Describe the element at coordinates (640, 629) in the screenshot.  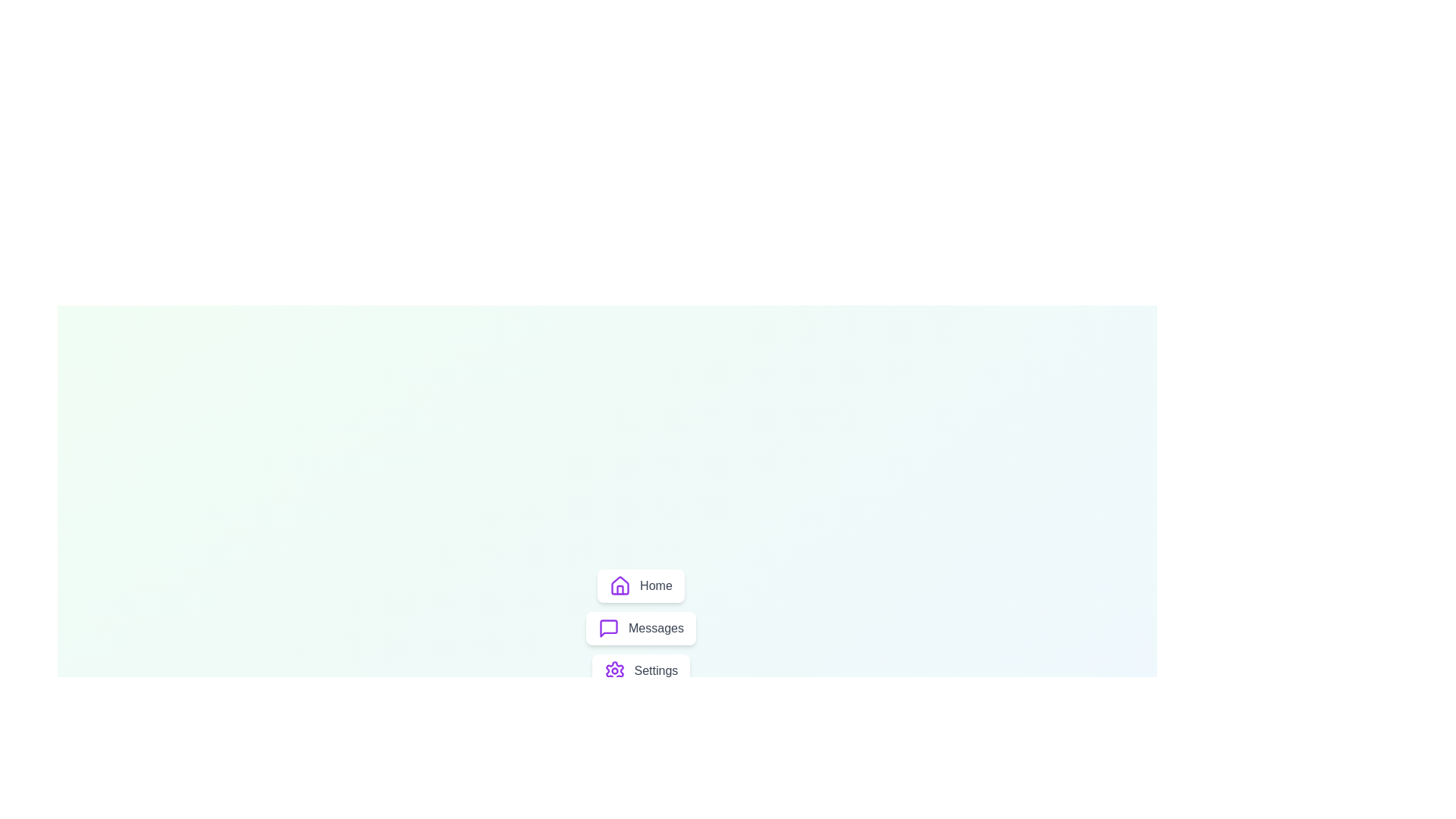
I see `the menu item labeled Messages to view its tooltip` at that location.